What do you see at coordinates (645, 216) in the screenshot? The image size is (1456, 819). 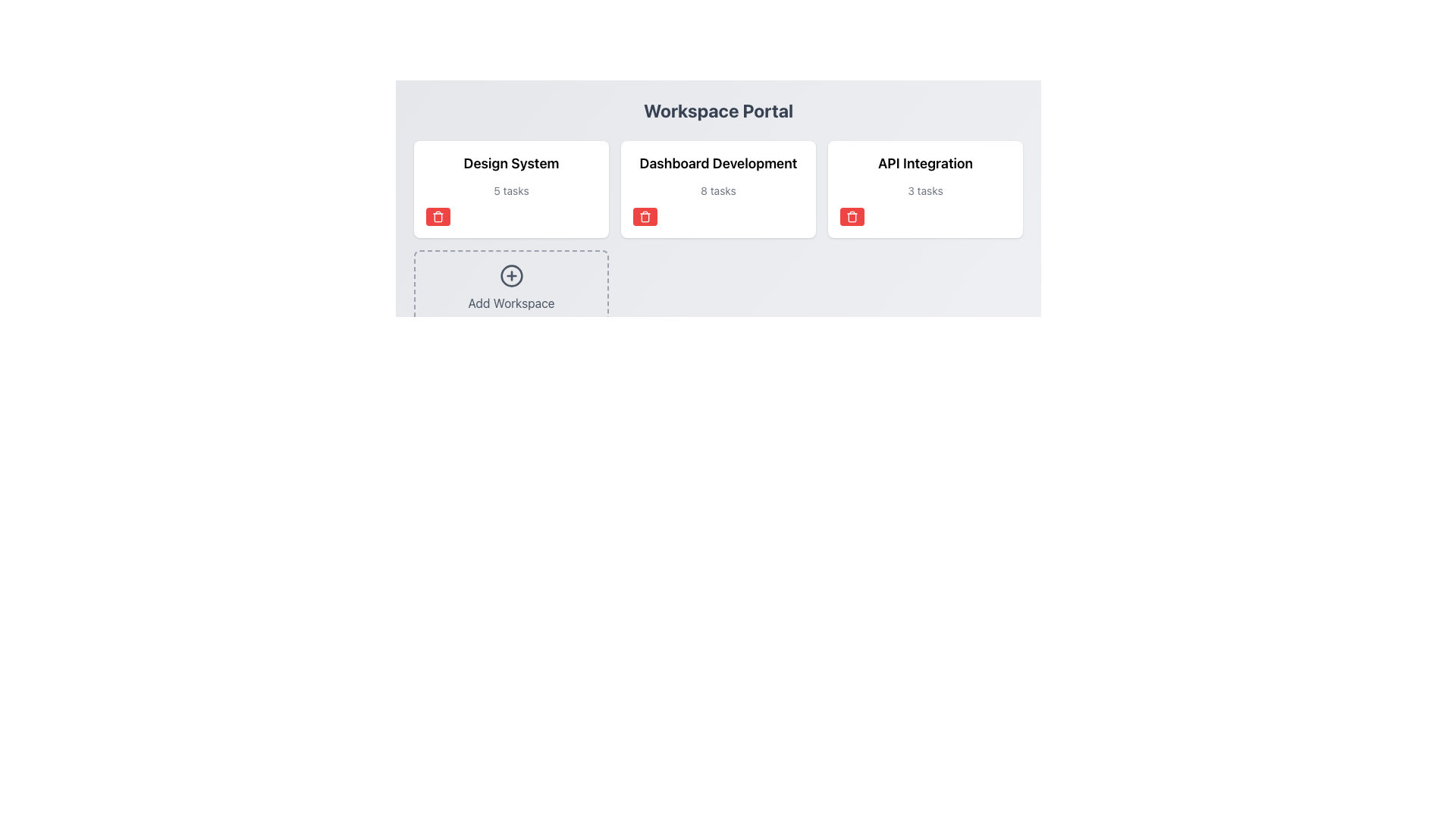 I see `the trash bin icon` at bounding box center [645, 216].